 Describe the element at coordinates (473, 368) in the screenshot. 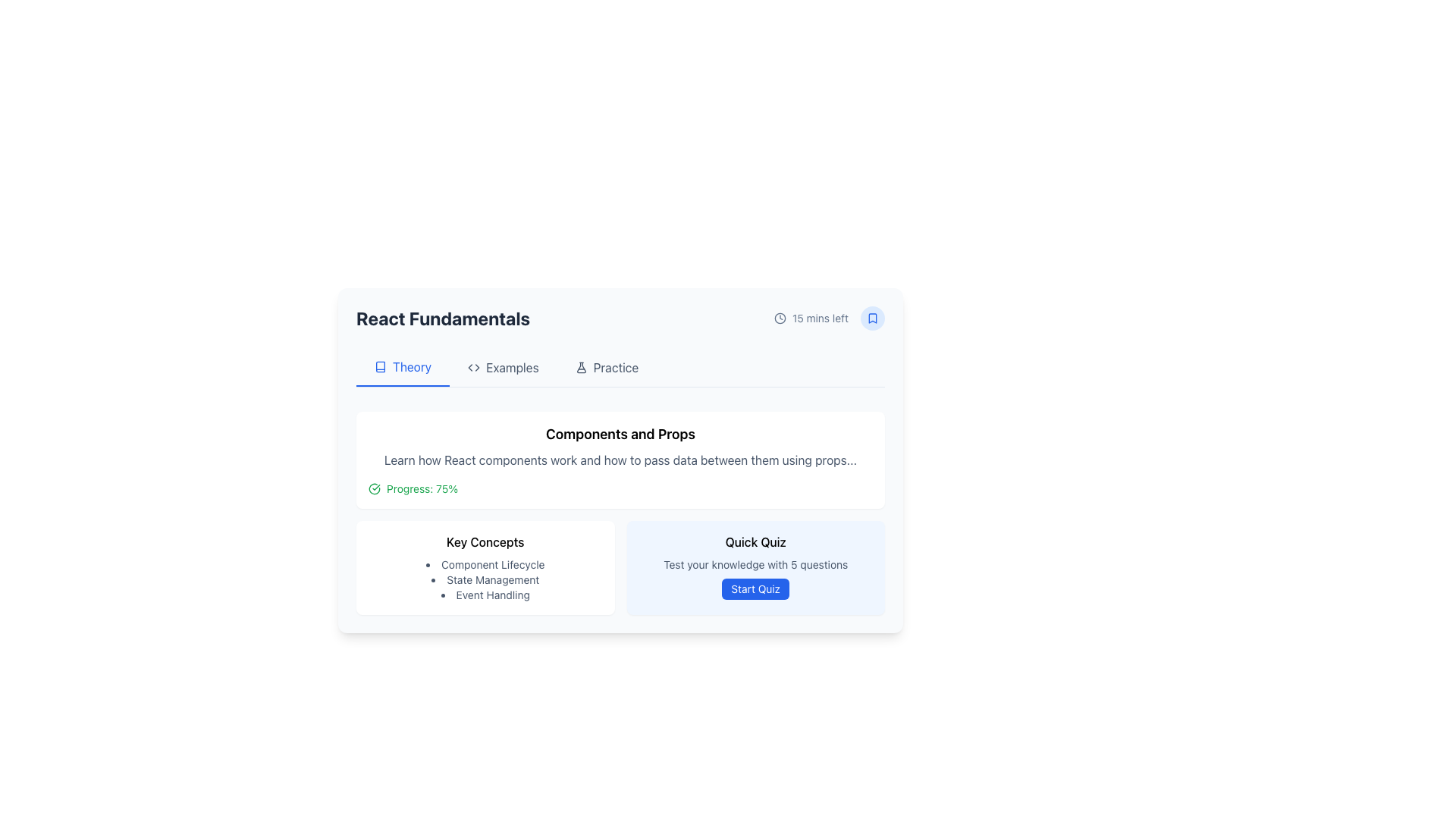

I see `the 'Examples' menu icon located to the left of the text 'Examples'` at that location.